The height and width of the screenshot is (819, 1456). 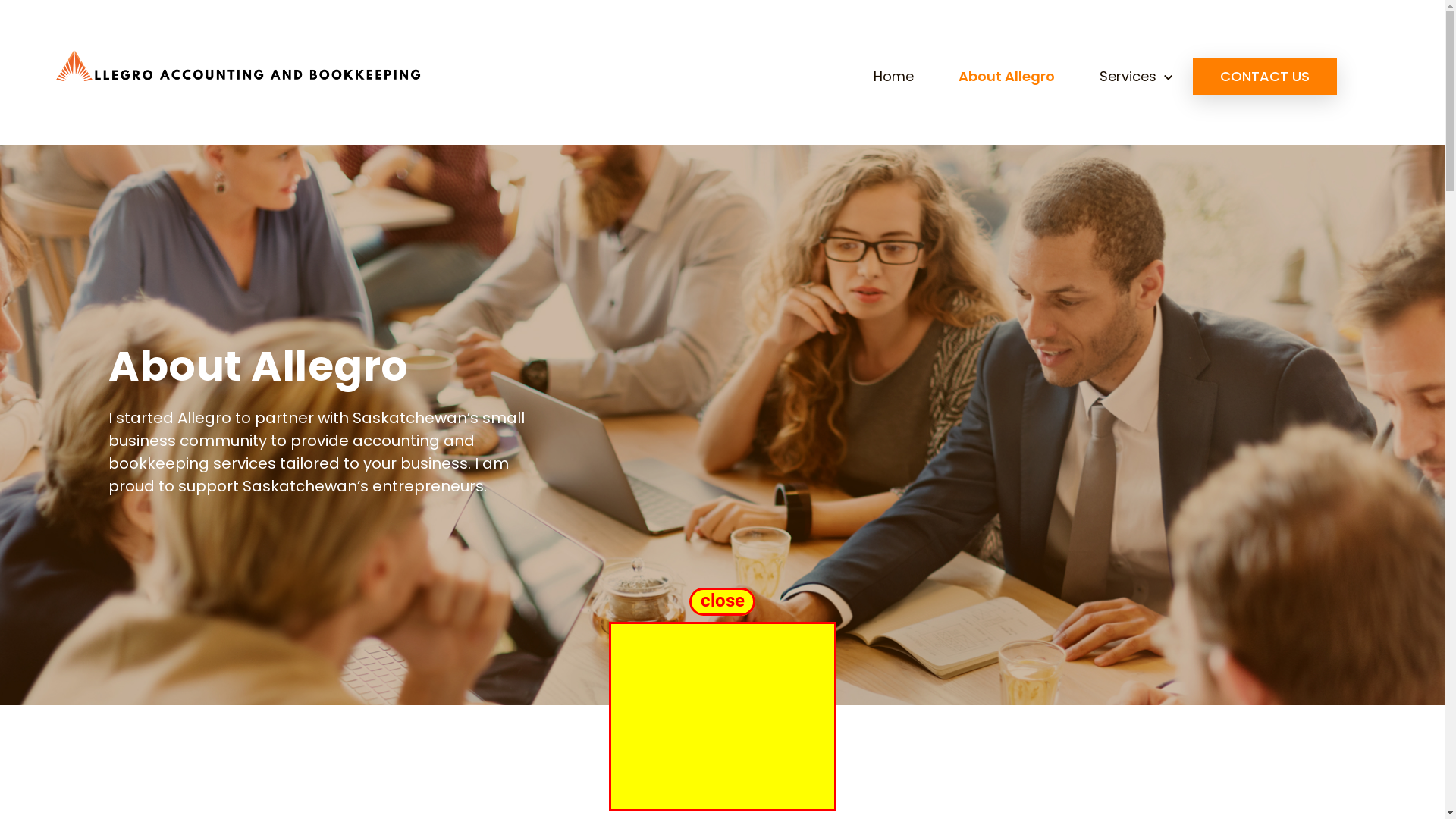 What do you see at coordinates (1135, 76) in the screenshot?
I see `'Services'` at bounding box center [1135, 76].